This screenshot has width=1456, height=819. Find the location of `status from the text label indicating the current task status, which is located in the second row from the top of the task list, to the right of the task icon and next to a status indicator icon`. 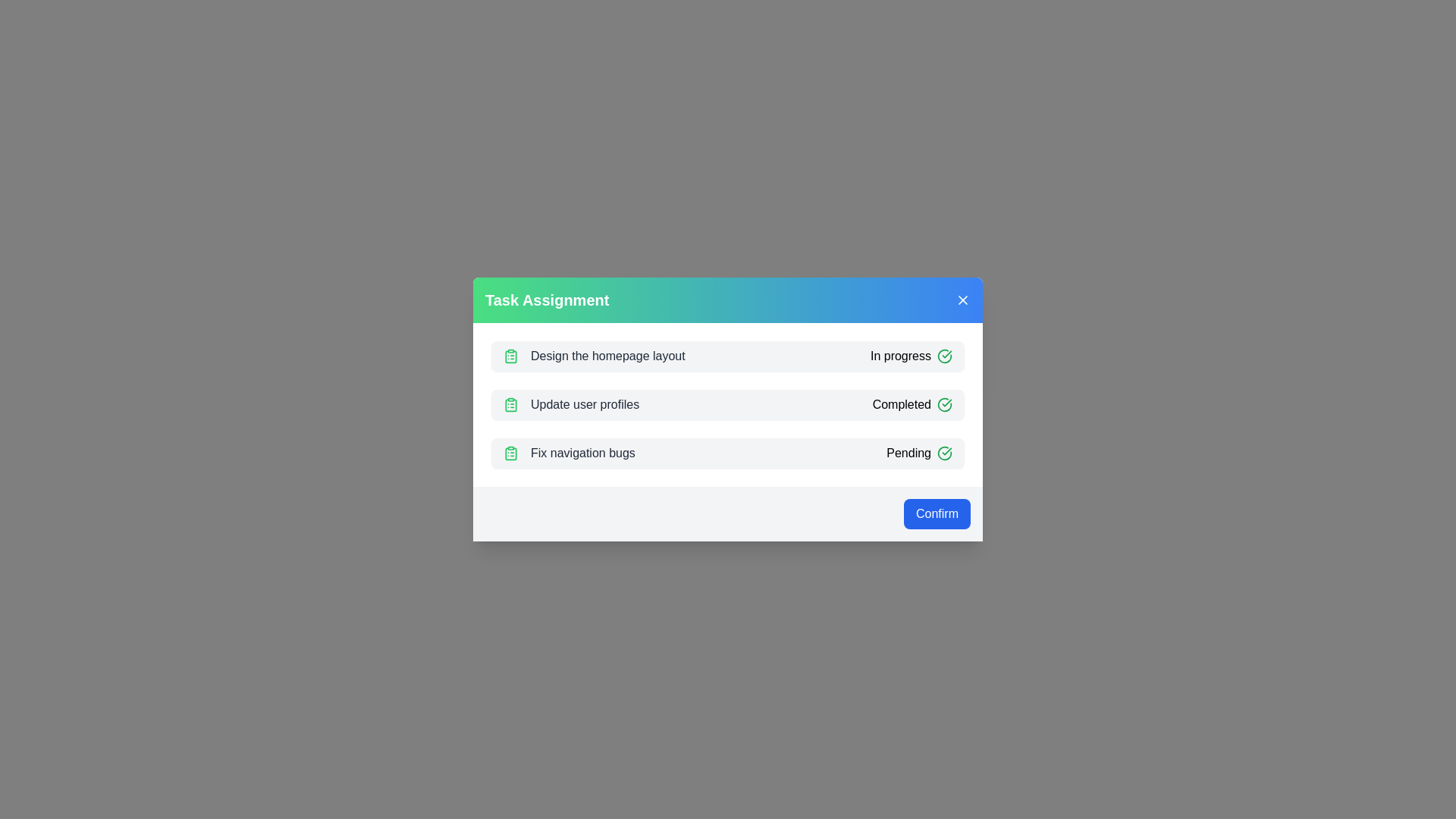

status from the text label indicating the current task status, which is located in the second row from the top of the task list, to the right of the task icon and next to a status indicator icon is located at coordinates (900, 356).